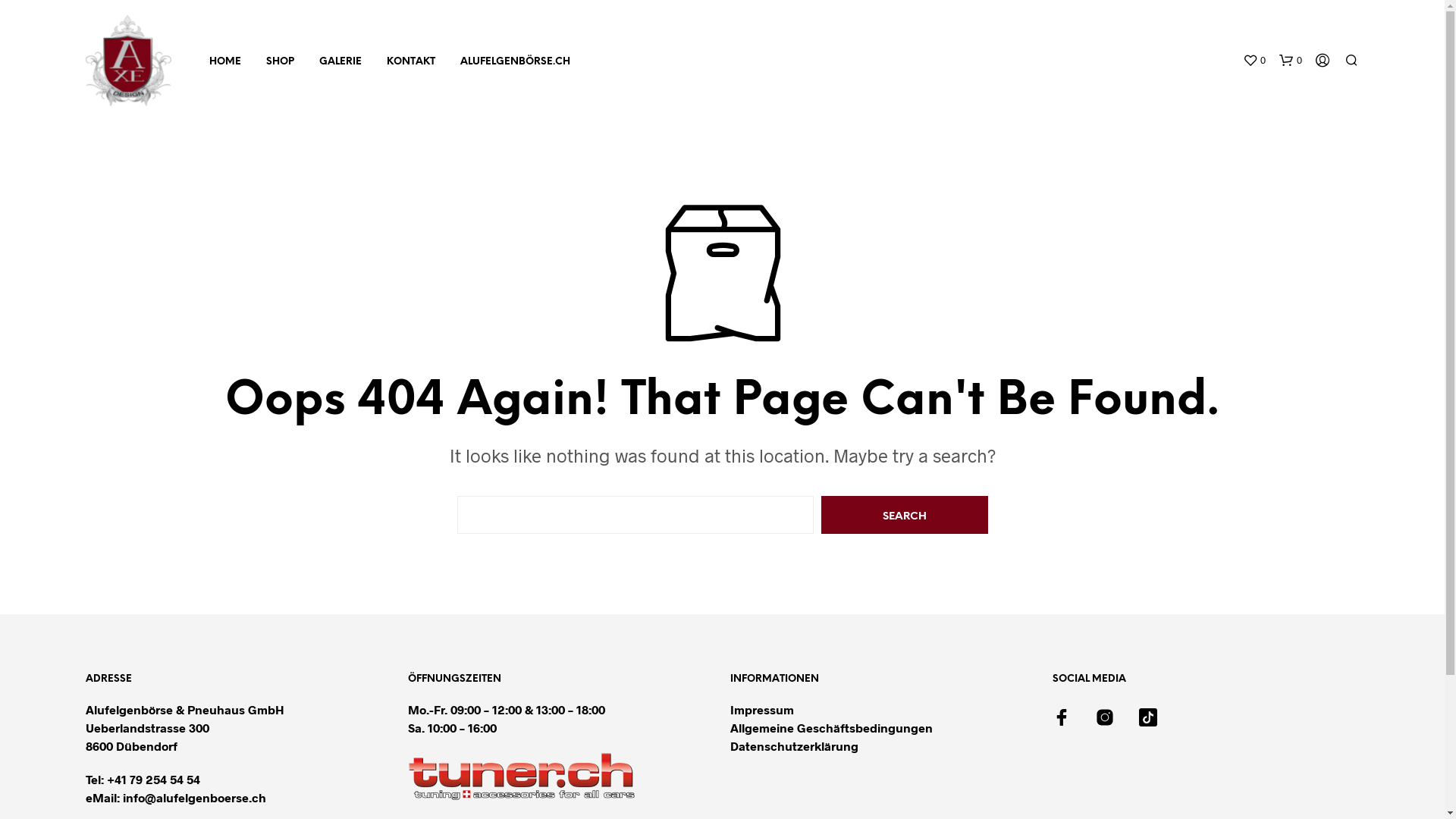  Describe the element at coordinates (1241, 60) in the screenshot. I see `'0'` at that location.